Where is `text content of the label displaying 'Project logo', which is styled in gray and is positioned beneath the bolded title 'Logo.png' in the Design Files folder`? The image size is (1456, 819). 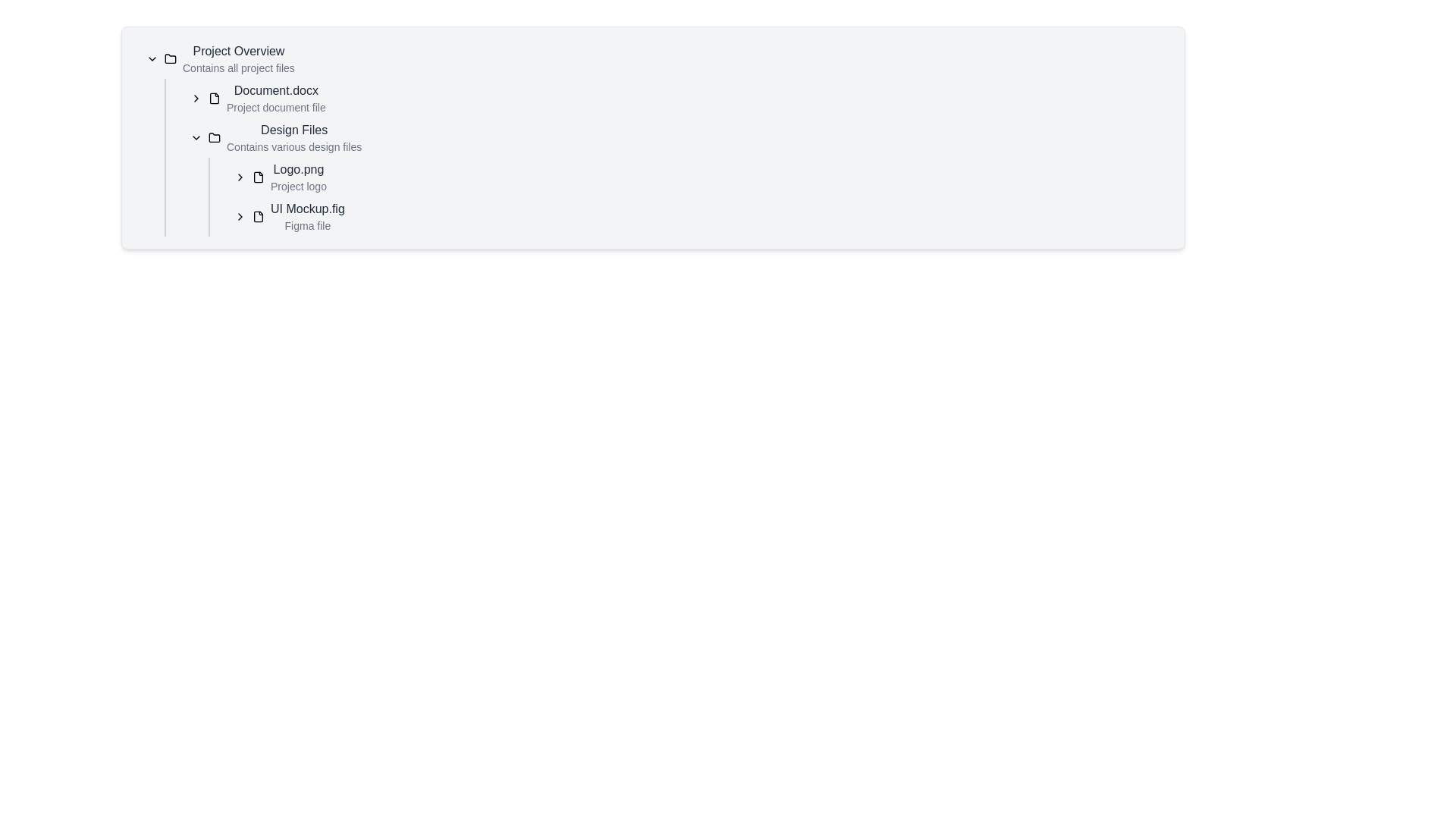 text content of the label displaying 'Project logo', which is styled in gray and is positioned beneath the bolded title 'Logo.png' in the Design Files folder is located at coordinates (298, 186).